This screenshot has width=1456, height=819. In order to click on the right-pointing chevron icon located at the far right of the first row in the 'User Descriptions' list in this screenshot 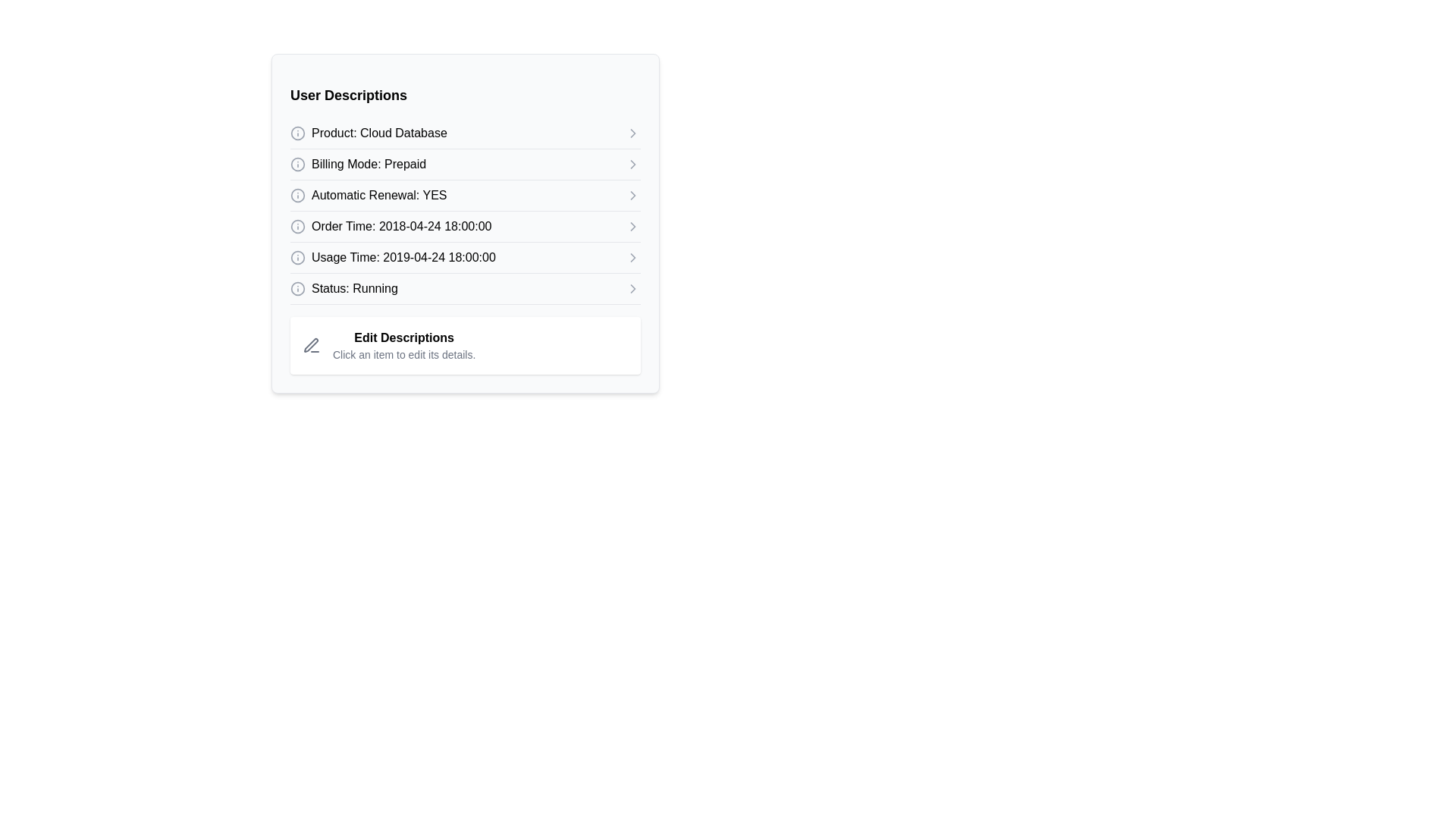, I will do `click(633, 133)`.